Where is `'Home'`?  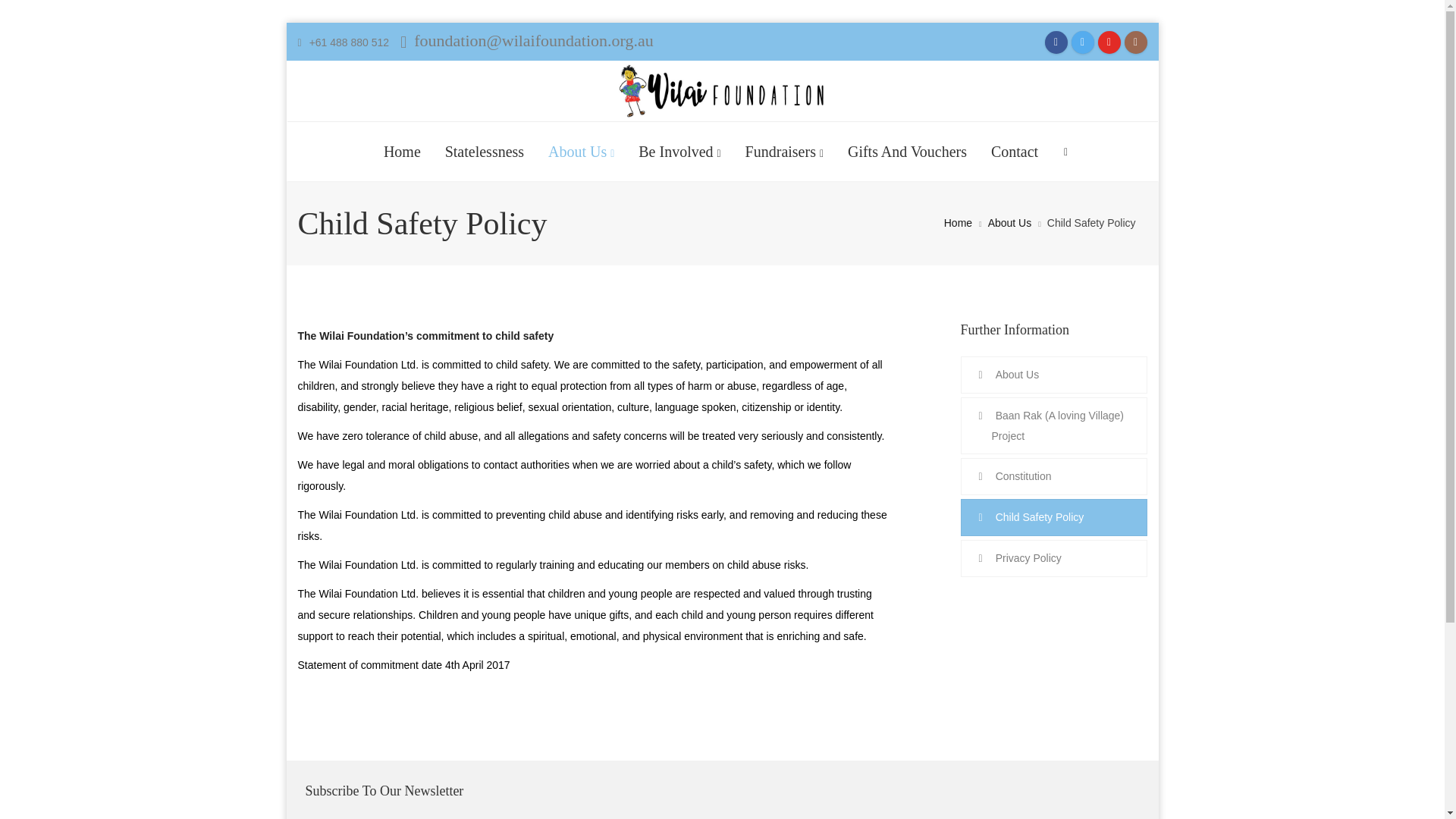
'Home' is located at coordinates (957, 222).